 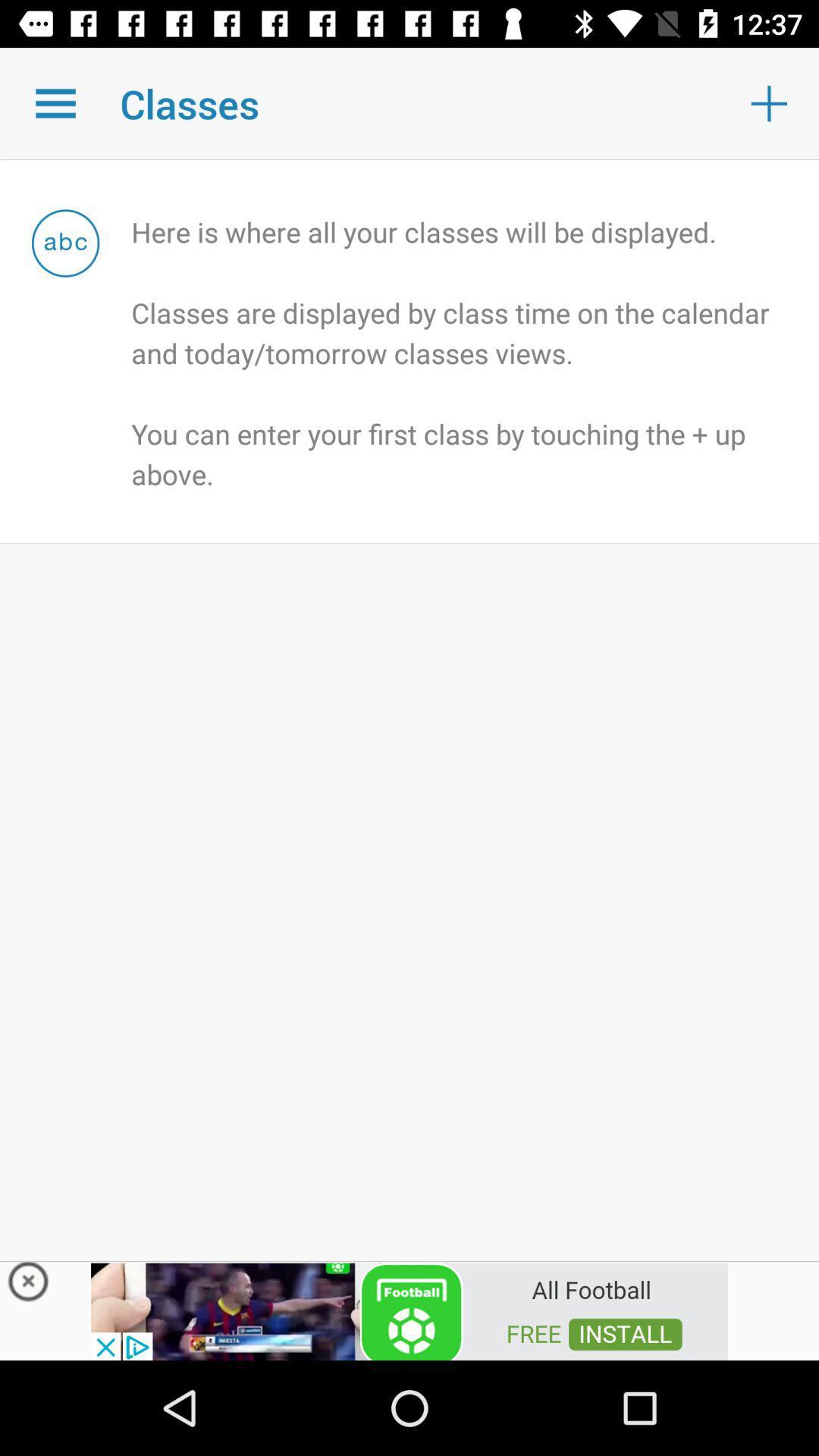 What do you see at coordinates (55, 102) in the screenshot?
I see `menu option` at bounding box center [55, 102].